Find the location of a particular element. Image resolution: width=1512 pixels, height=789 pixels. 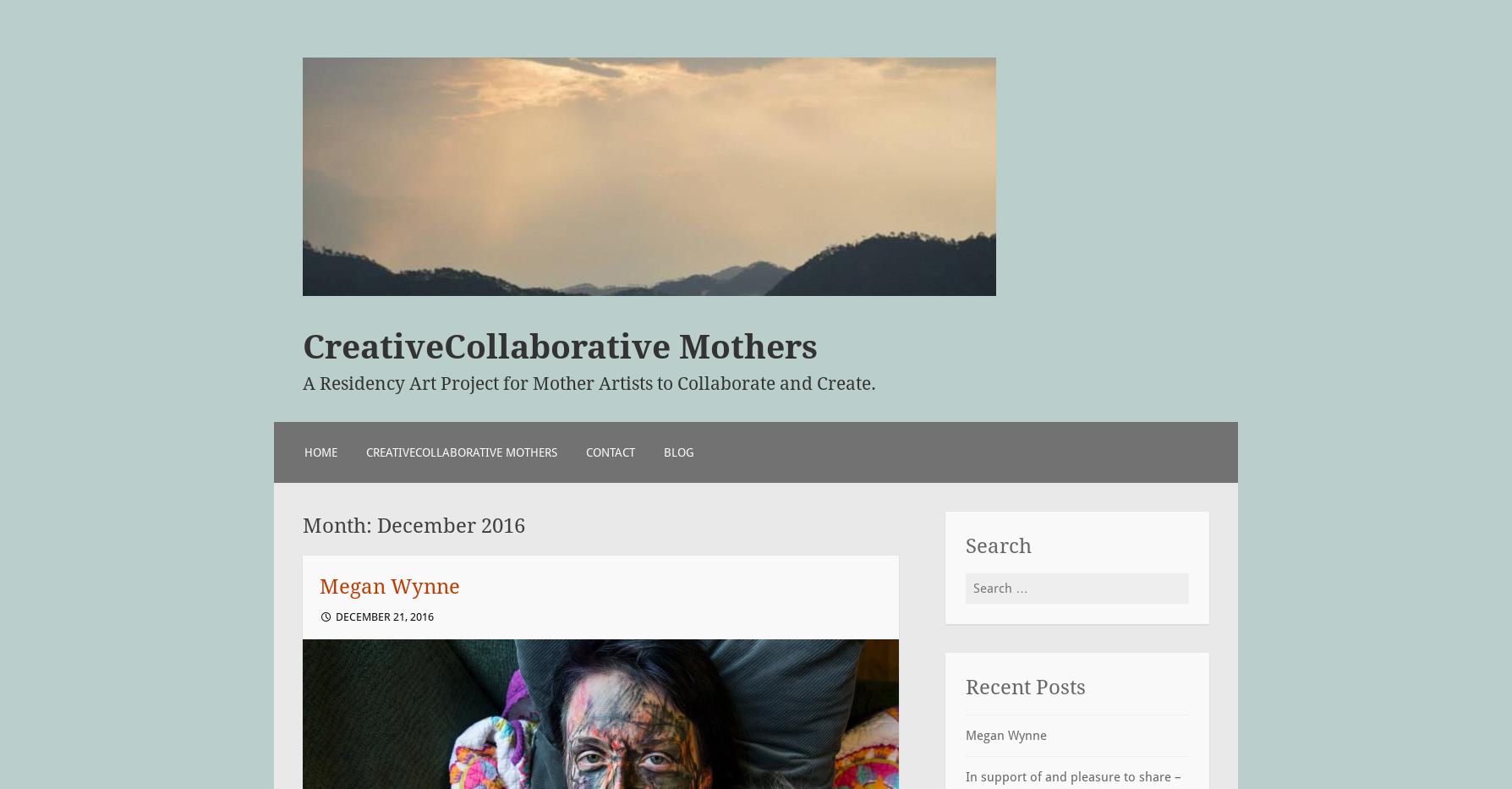

'HOME' is located at coordinates (320, 451).